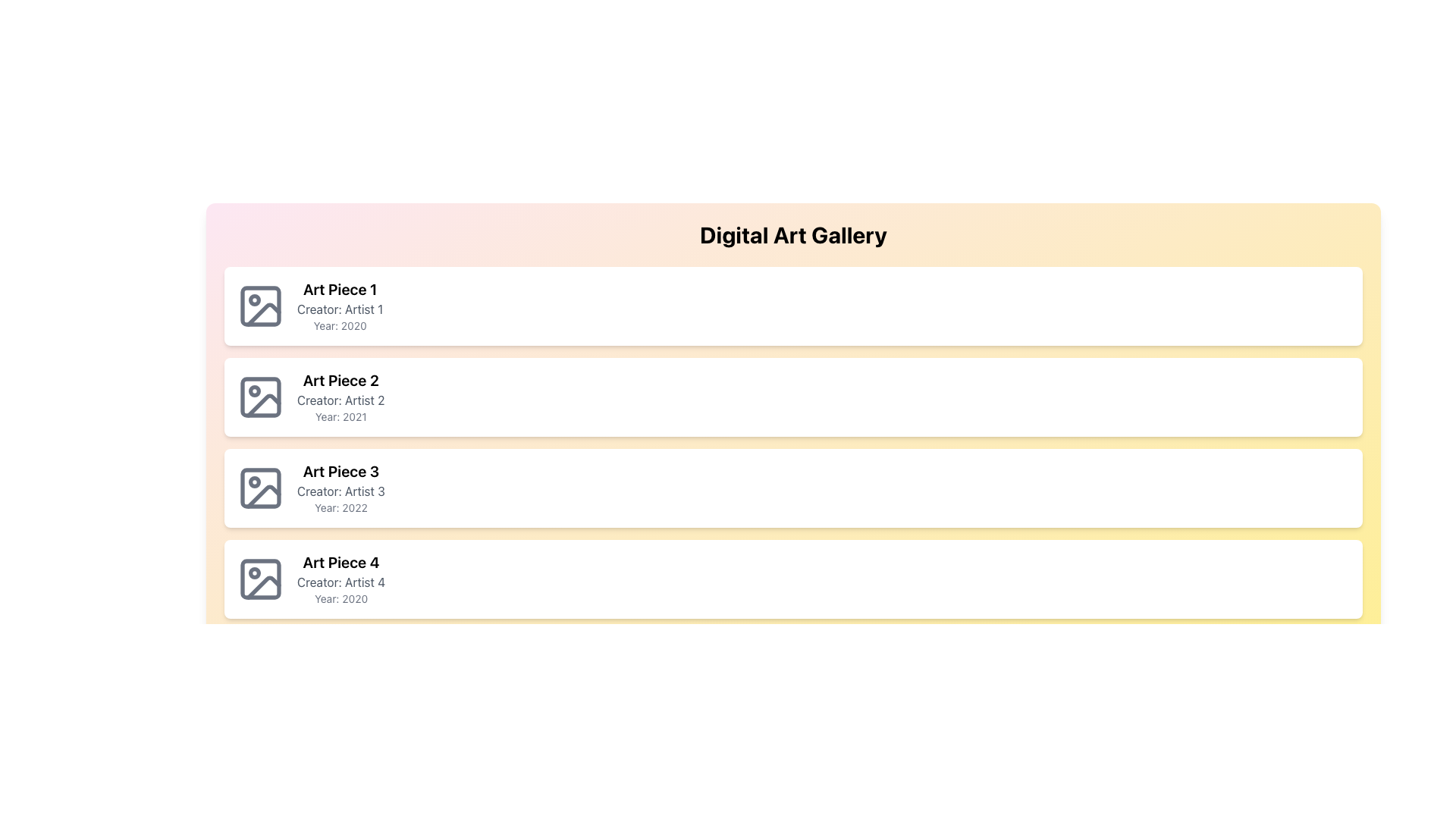 Image resolution: width=1456 pixels, height=819 pixels. What do you see at coordinates (261, 306) in the screenshot?
I see `the icon representing the image placeholder for 'Art Piece 1' located on the far left of the first card in the vertical list layout` at bounding box center [261, 306].